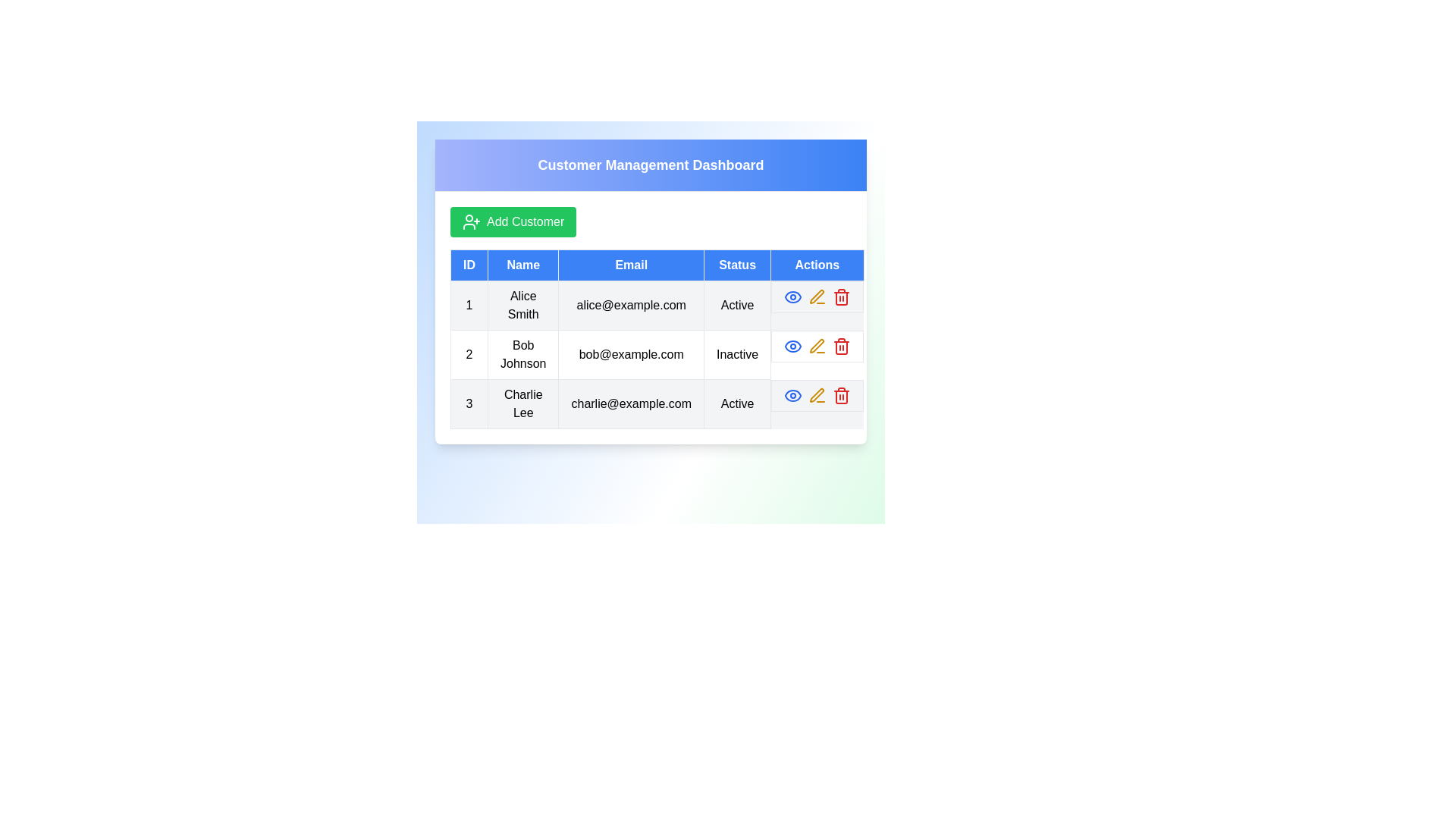 The image size is (1456, 819). I want to click on the 'Edit' icon for the customer with ID 2, so click(817, 346).